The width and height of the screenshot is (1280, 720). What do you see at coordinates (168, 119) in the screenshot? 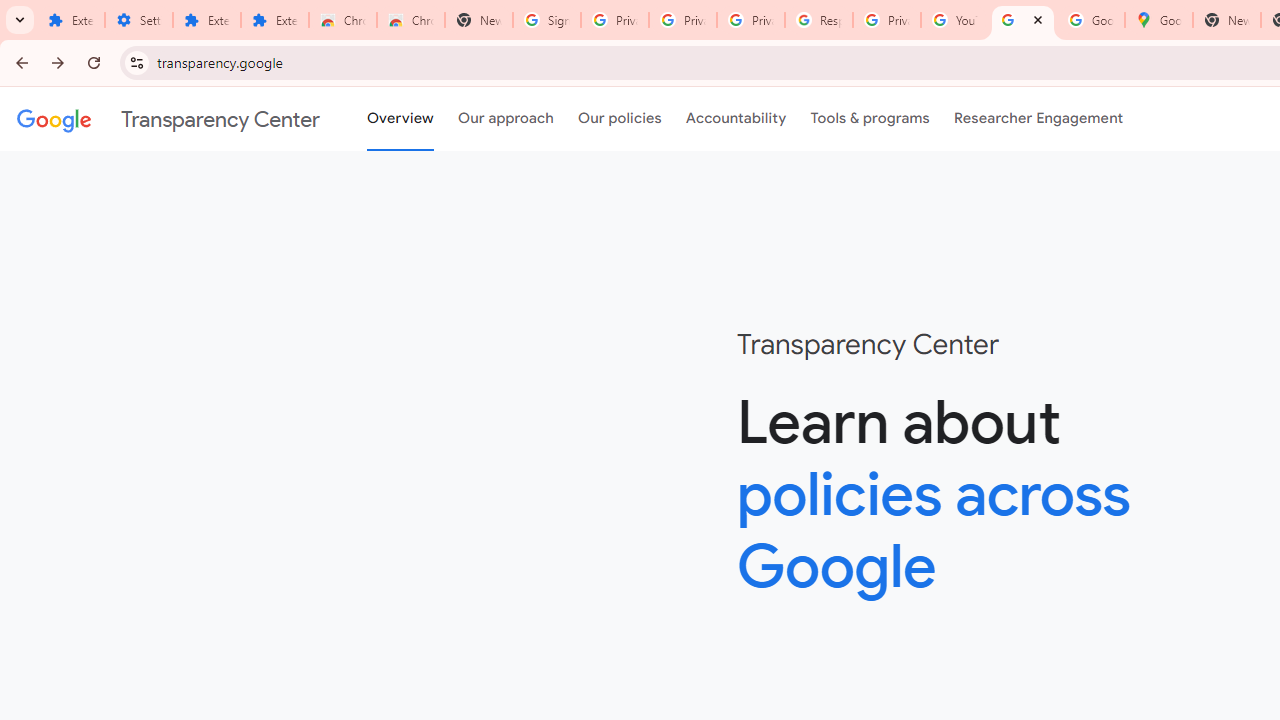
I see `'Transparency Center'` at bounding box center [168, 119].